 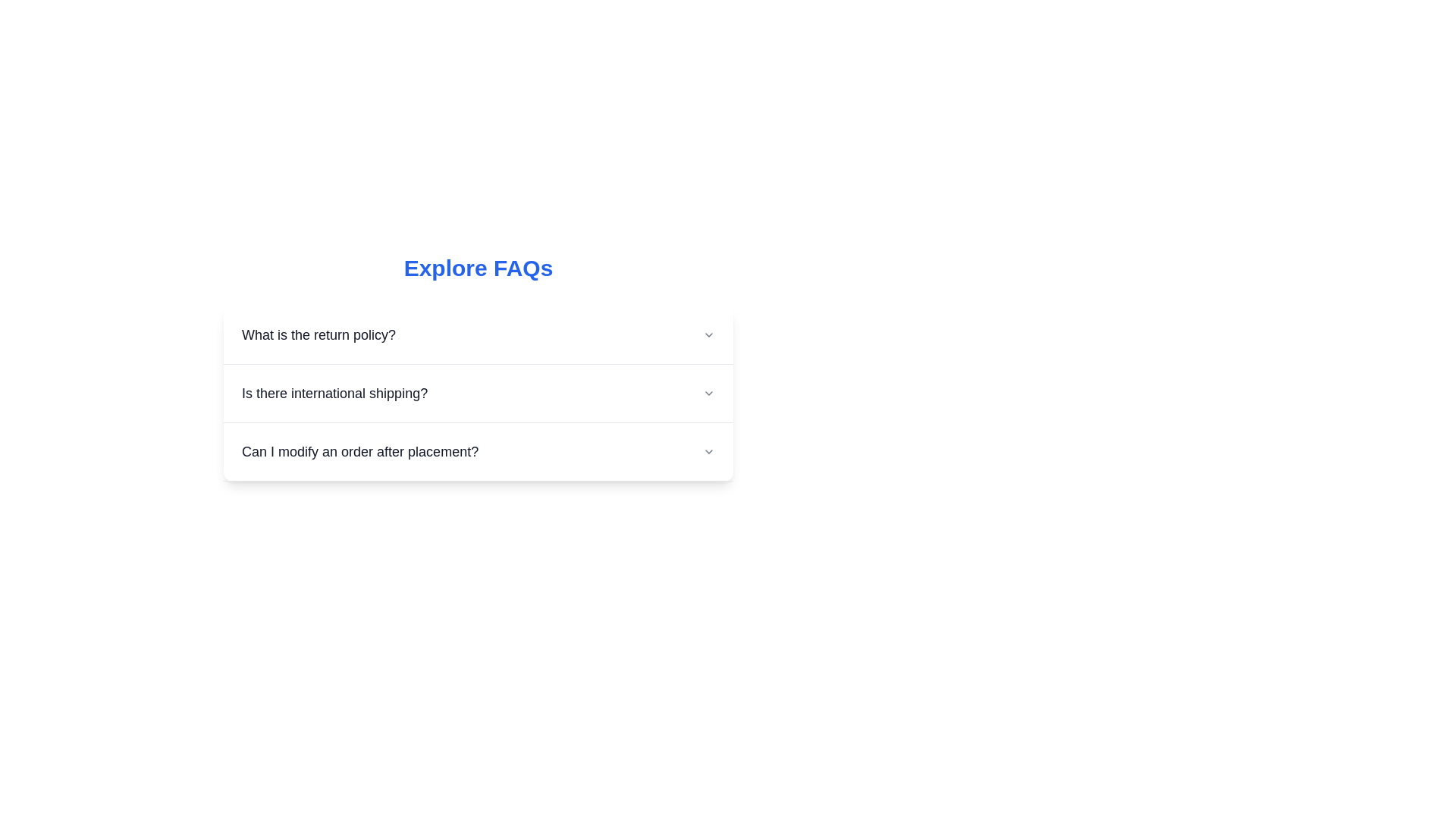 What do you see at coordinates (477, 268) in the screenshot?
I see `text 'Explore FAQs' displayed in large, bold, blue font at the top of the FAQ section` at bounding box center [477, 268].